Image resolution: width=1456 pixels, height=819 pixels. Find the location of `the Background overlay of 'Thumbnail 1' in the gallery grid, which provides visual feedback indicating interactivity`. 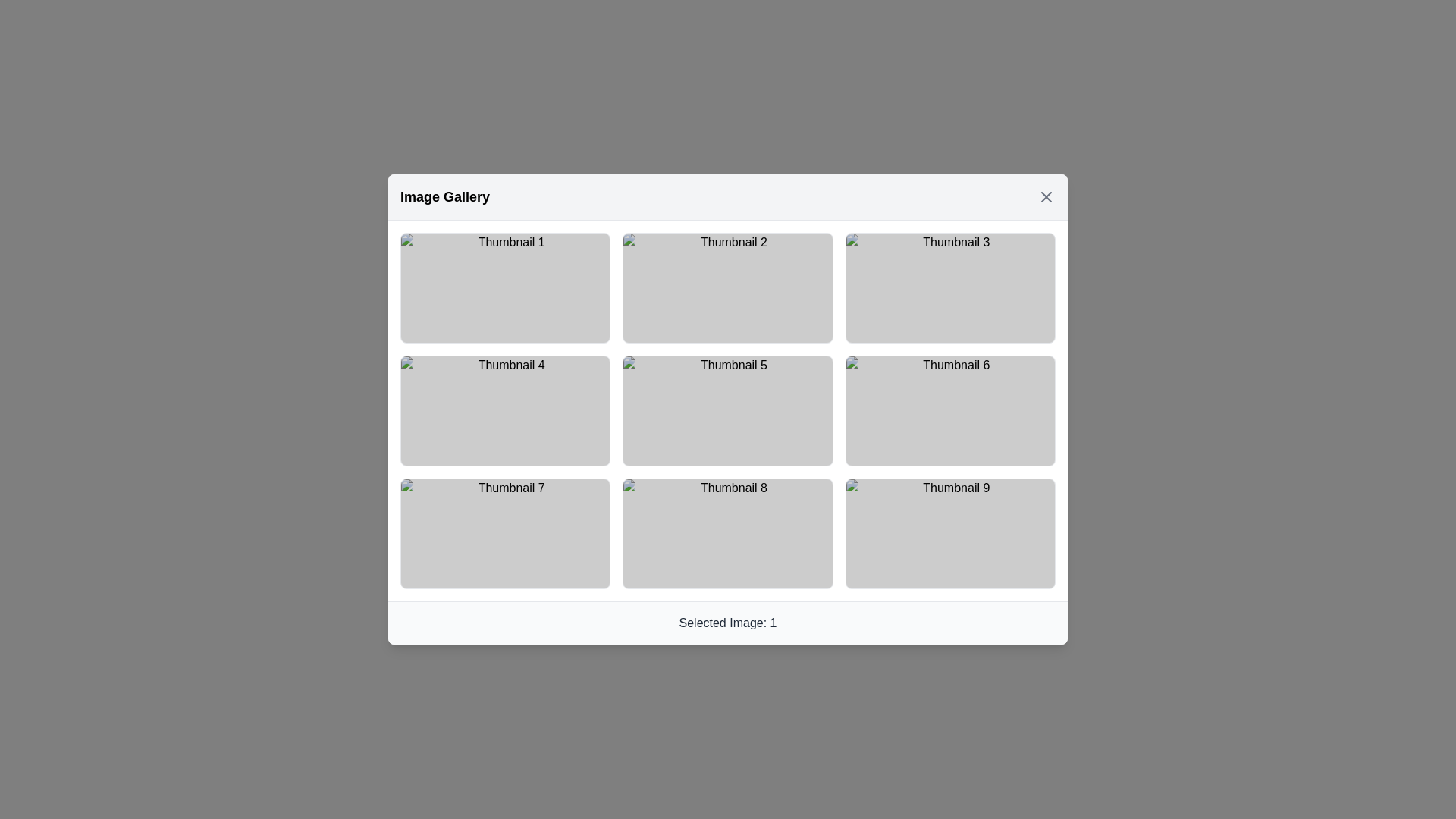

the Background overlay of 'Thumbnail 1' in the gallery grid, which provides visual feedback indicating interactivity is located at coordinates (505, 288).